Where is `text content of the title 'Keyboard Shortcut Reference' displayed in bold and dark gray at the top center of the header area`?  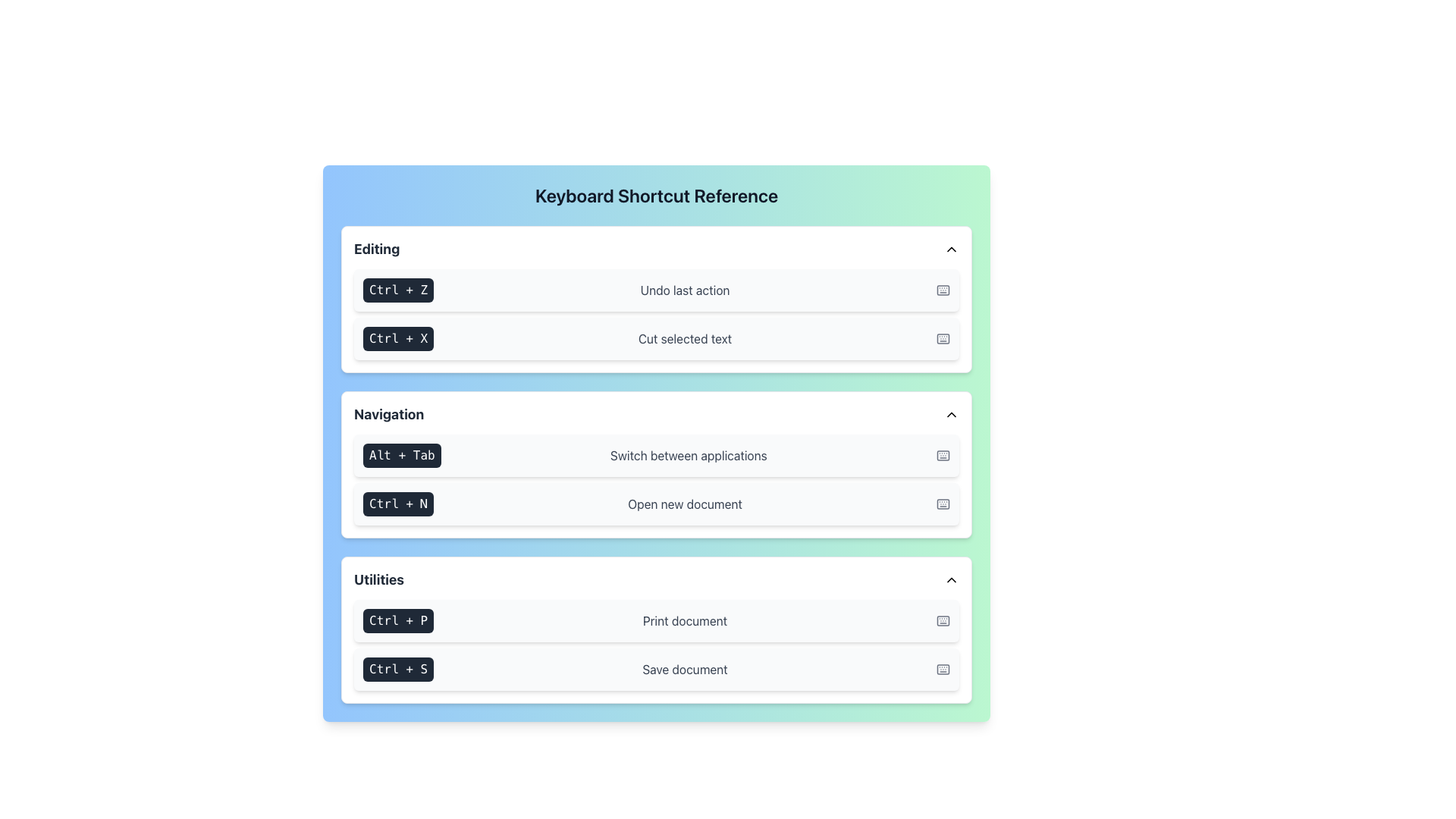
text content of the title 'Keyboard Shortcut Reference' displayed in bold and dark gray at the top center of the header area is located at coordinates (656, 195).